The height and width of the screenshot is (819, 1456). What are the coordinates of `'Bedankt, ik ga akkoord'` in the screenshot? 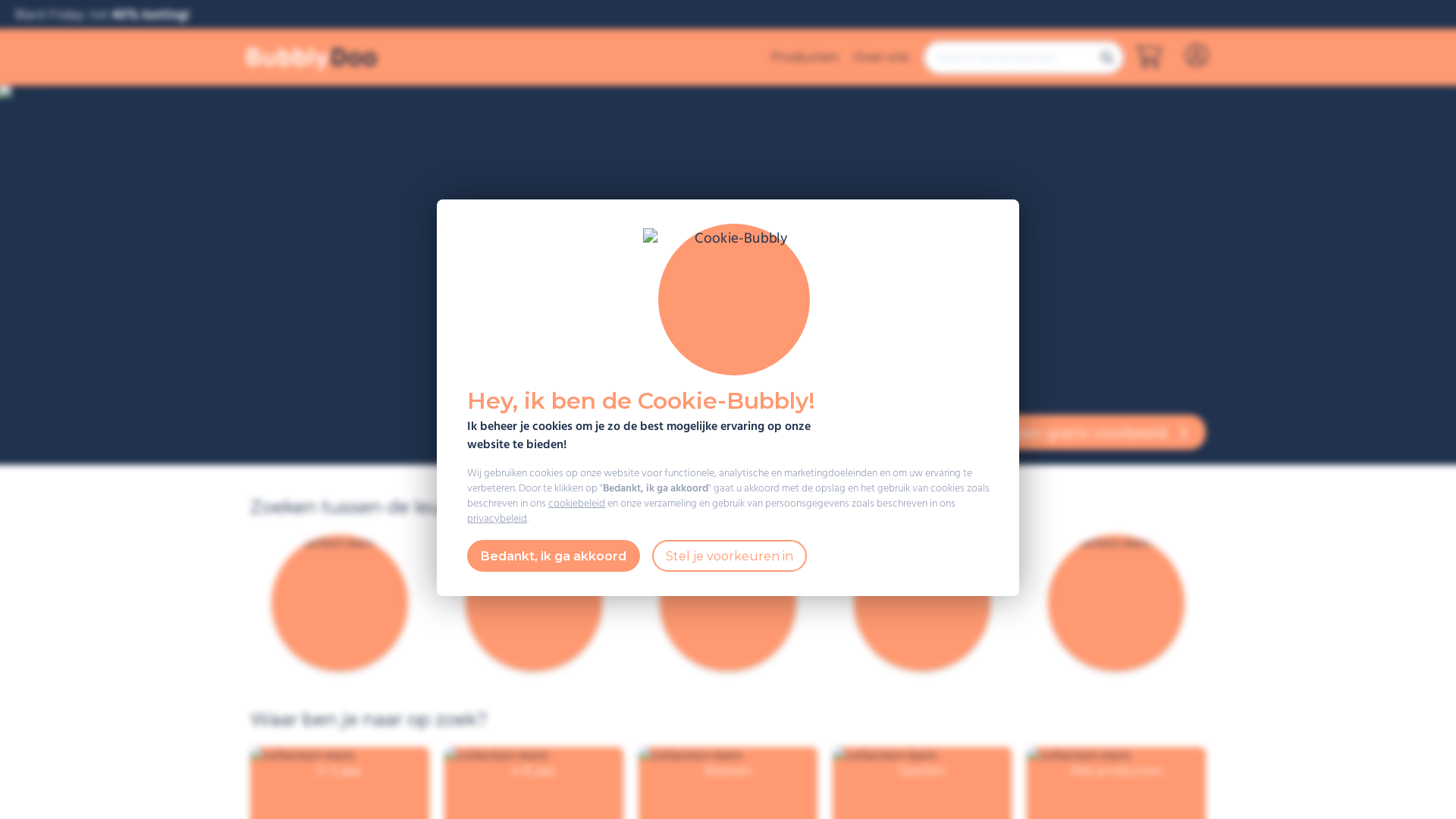 It's located at (552, 555).